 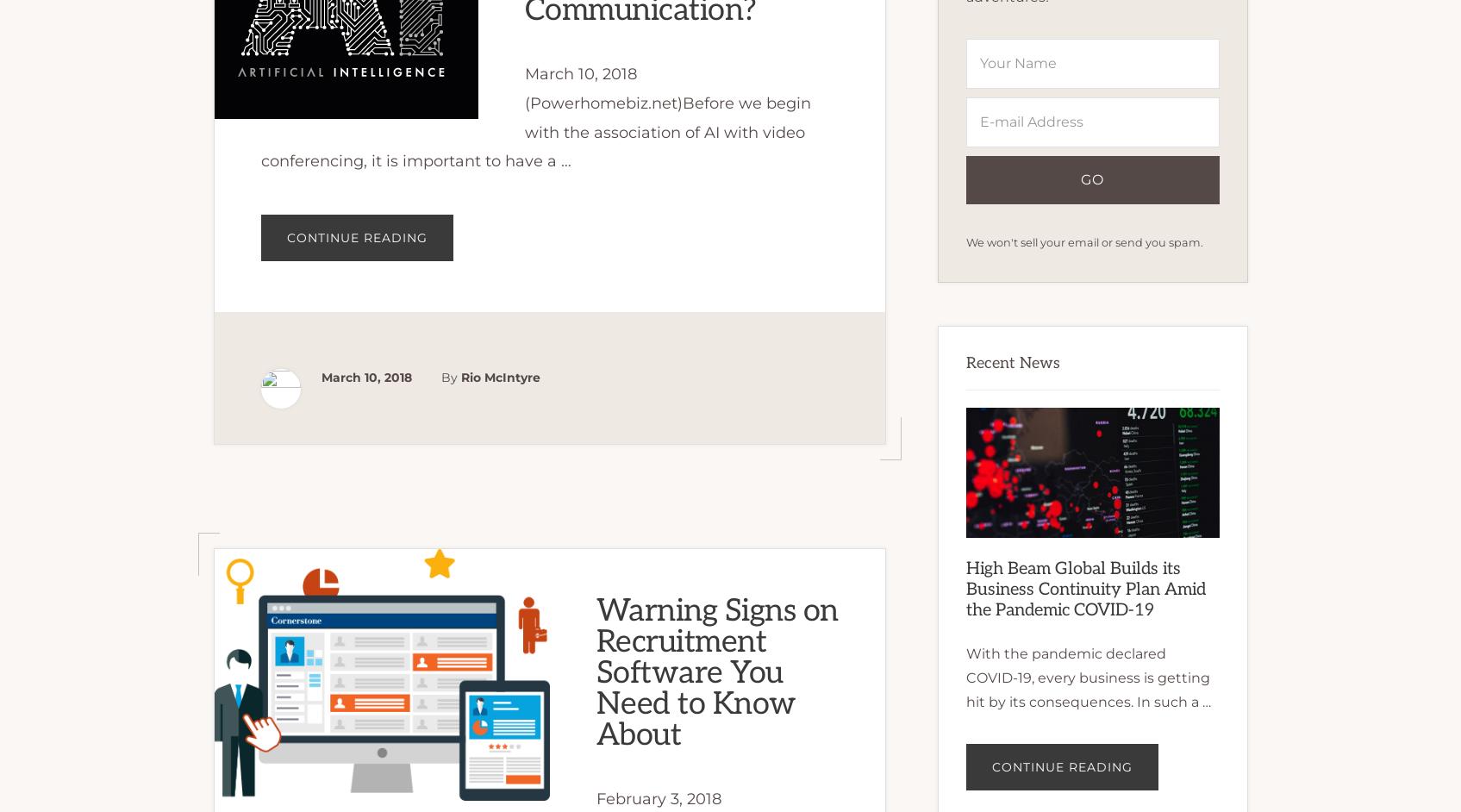 What do you see at coordinates (356, 748) in the screenshot?
I see `'123 Navigation Drive'` at bounding box center [356, 748].